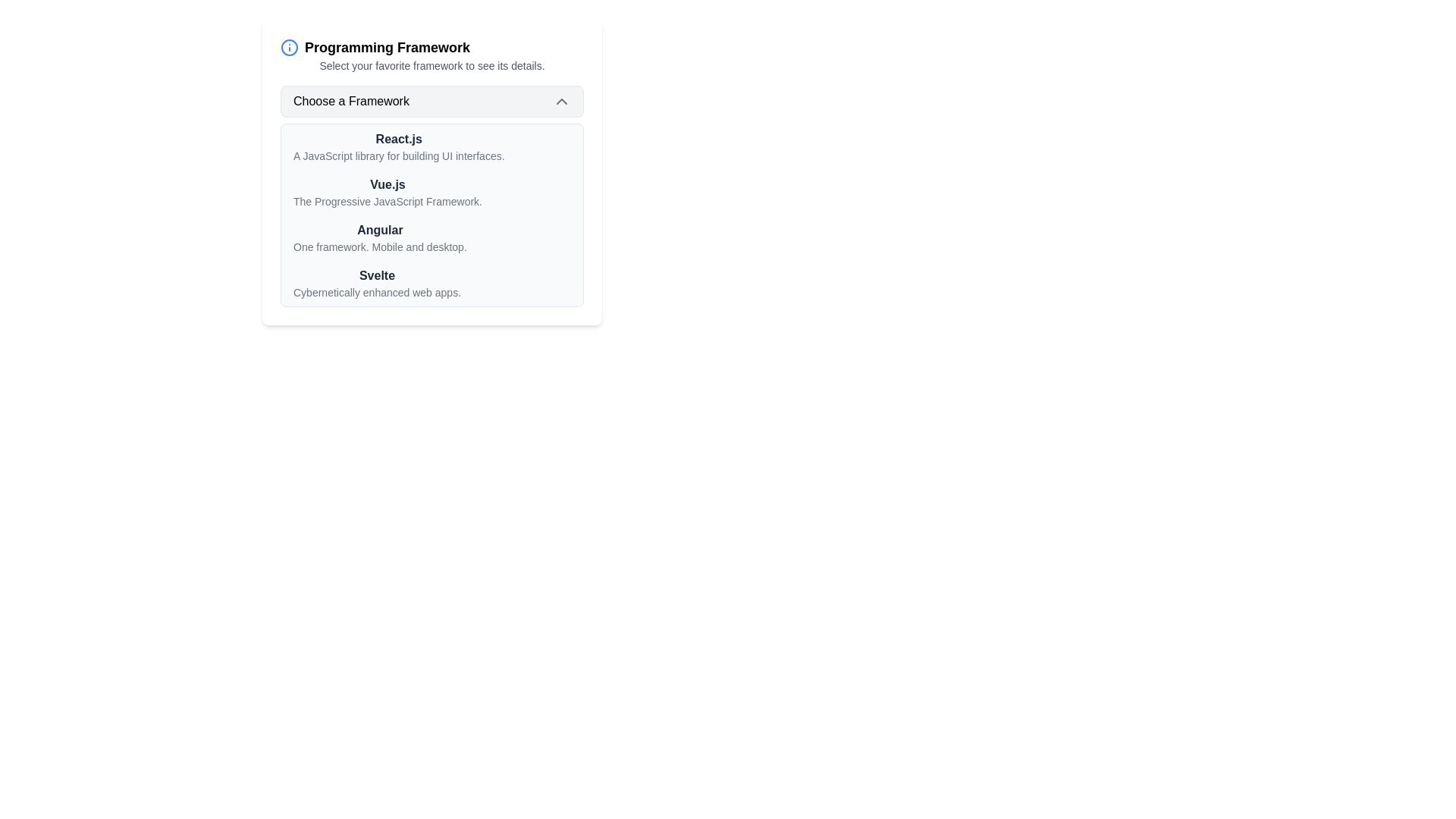  Describe the element at coordinates (431, 171) in the screenshot. I see `the second selectable item in the list of programming frameworks, located below 'React.js' and above 'Angular'` at that location.